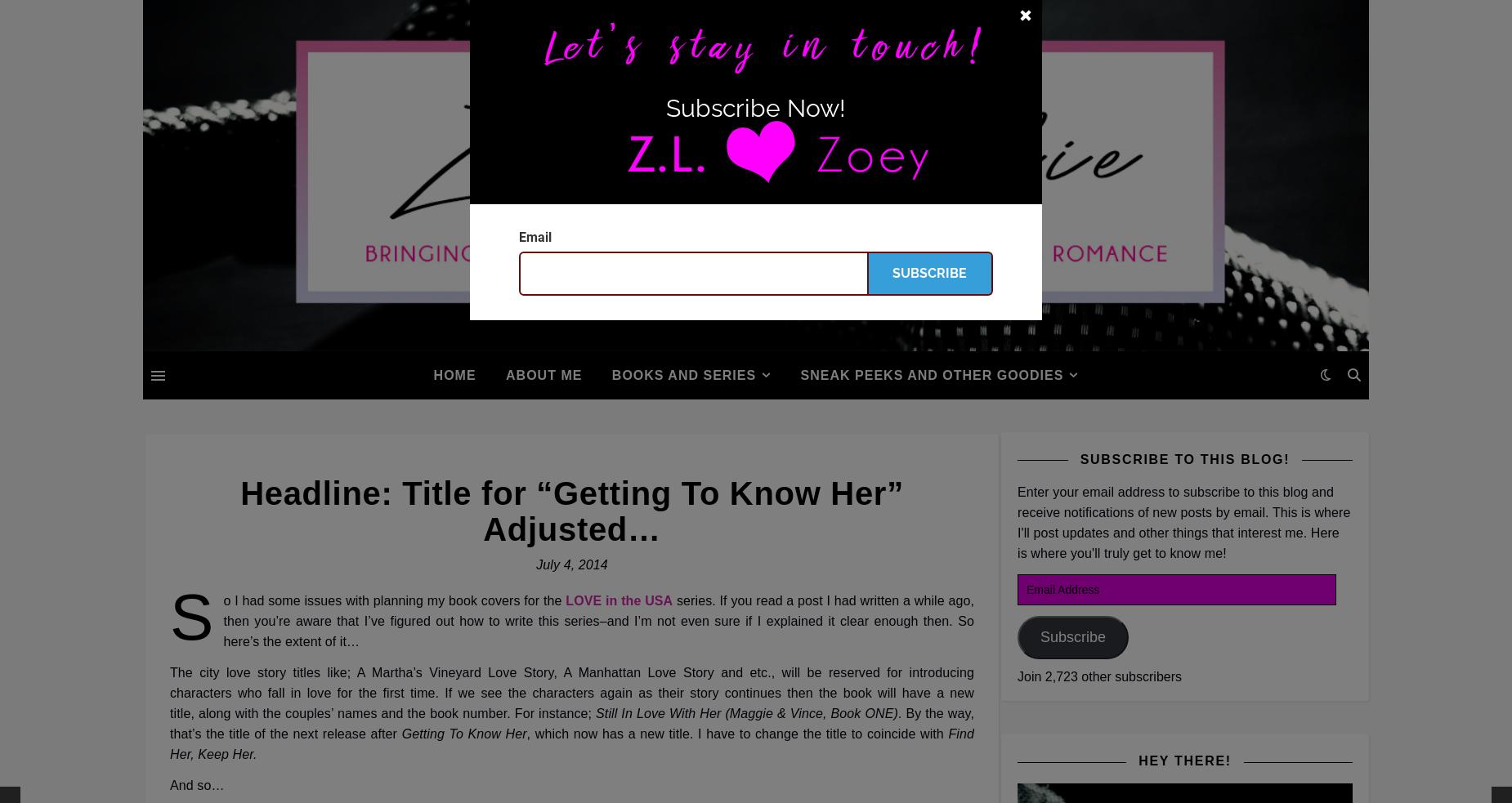 The width and height of the screenshot is (1512, 803). Describe the element at coordinates (526, 734) in the screenshot. I see `', which now has a new title. I have to change the title to coincide with'` at that location.